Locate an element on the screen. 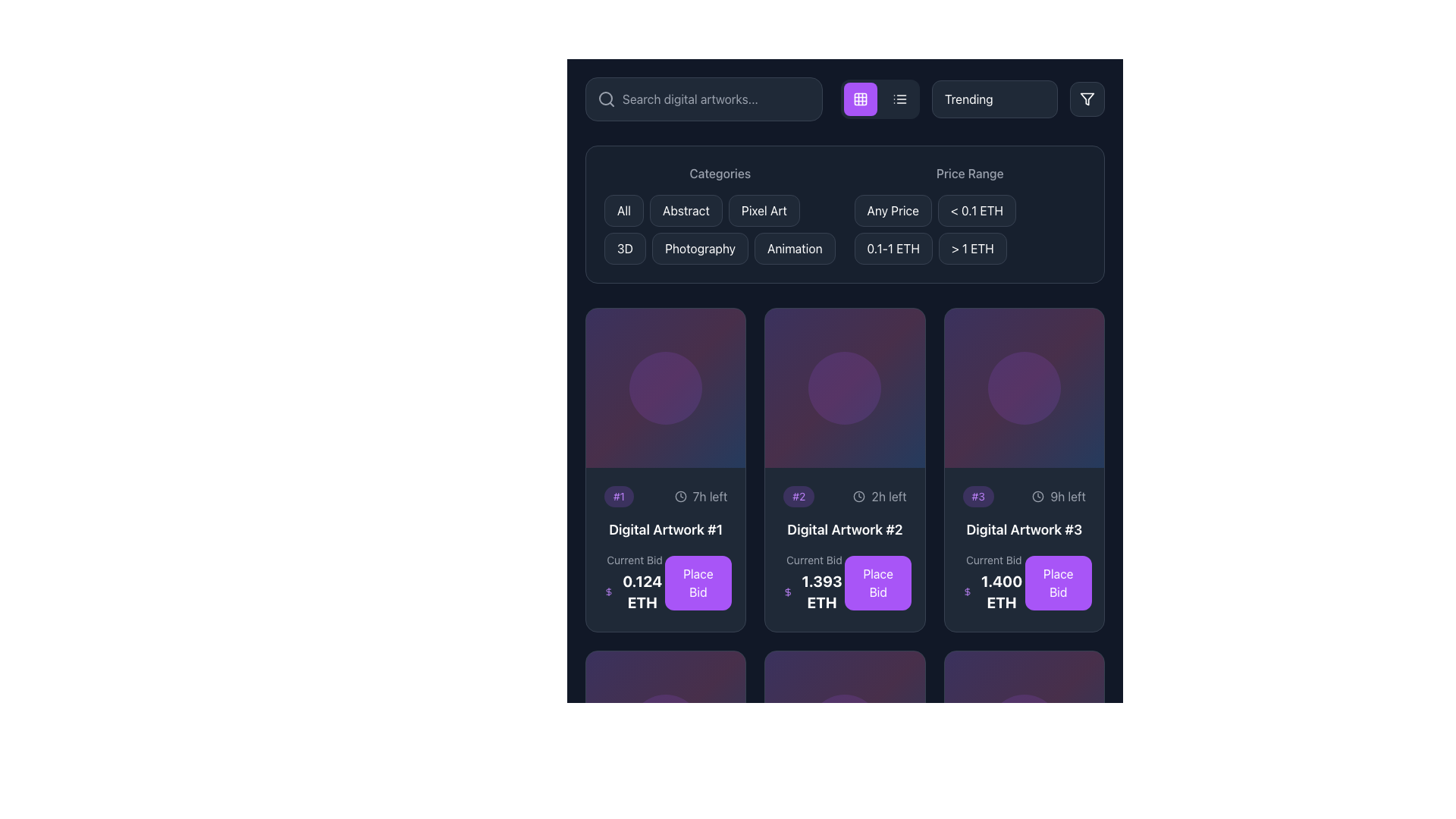 The height and width of the screenshot is (819, 1456). the layout toggle button located at the top center of the interface, situated between the search bar and the filter icon, to change the display layout to grid view is located at coordinates (860, 99).